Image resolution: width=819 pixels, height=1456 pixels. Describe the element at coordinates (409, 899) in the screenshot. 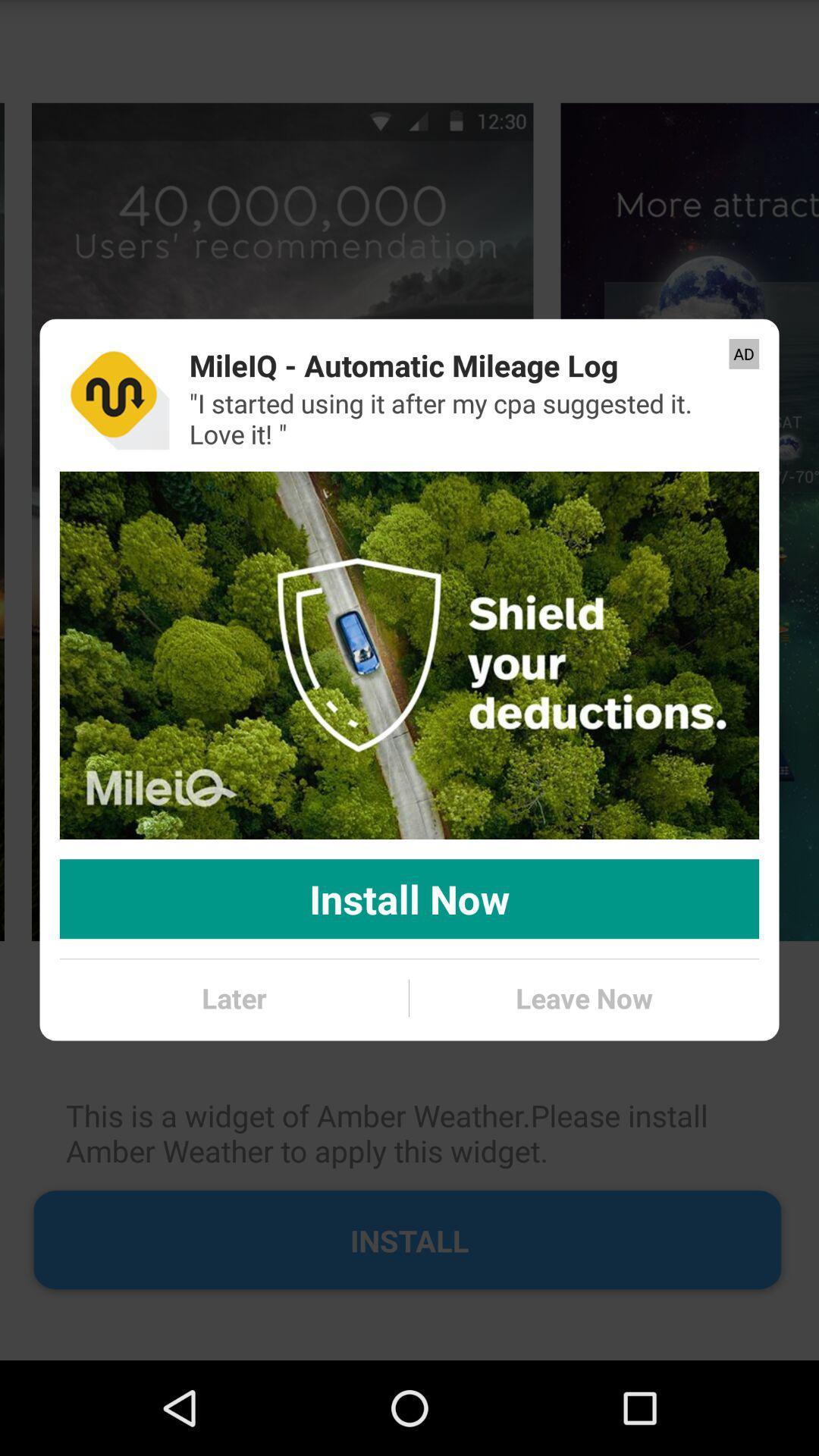

I see `install now app` at that location.